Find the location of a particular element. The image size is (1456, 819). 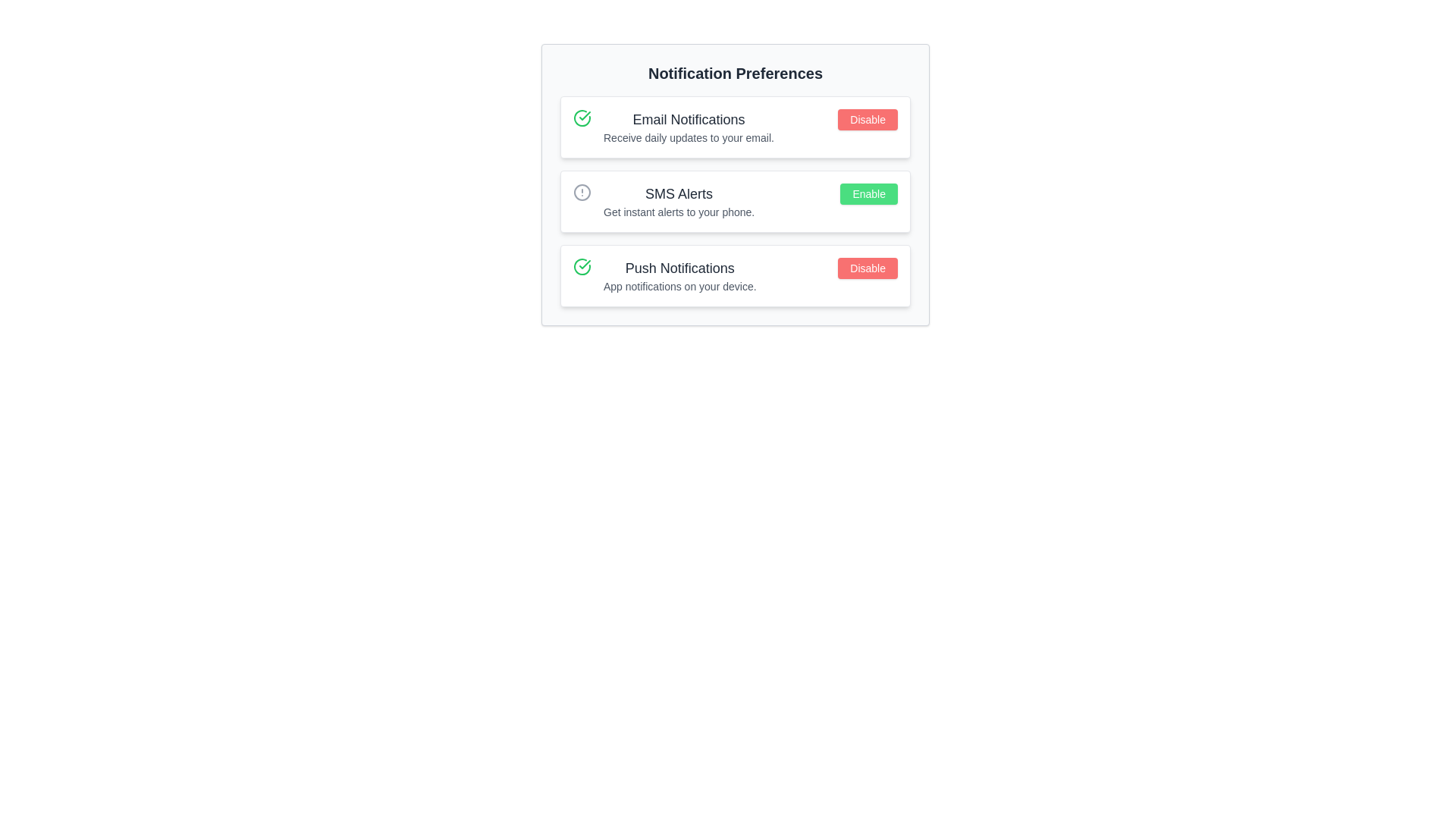

the toggle button for SMS alerts located in the Notification Preferences panel is located at coordinates (869, 193).